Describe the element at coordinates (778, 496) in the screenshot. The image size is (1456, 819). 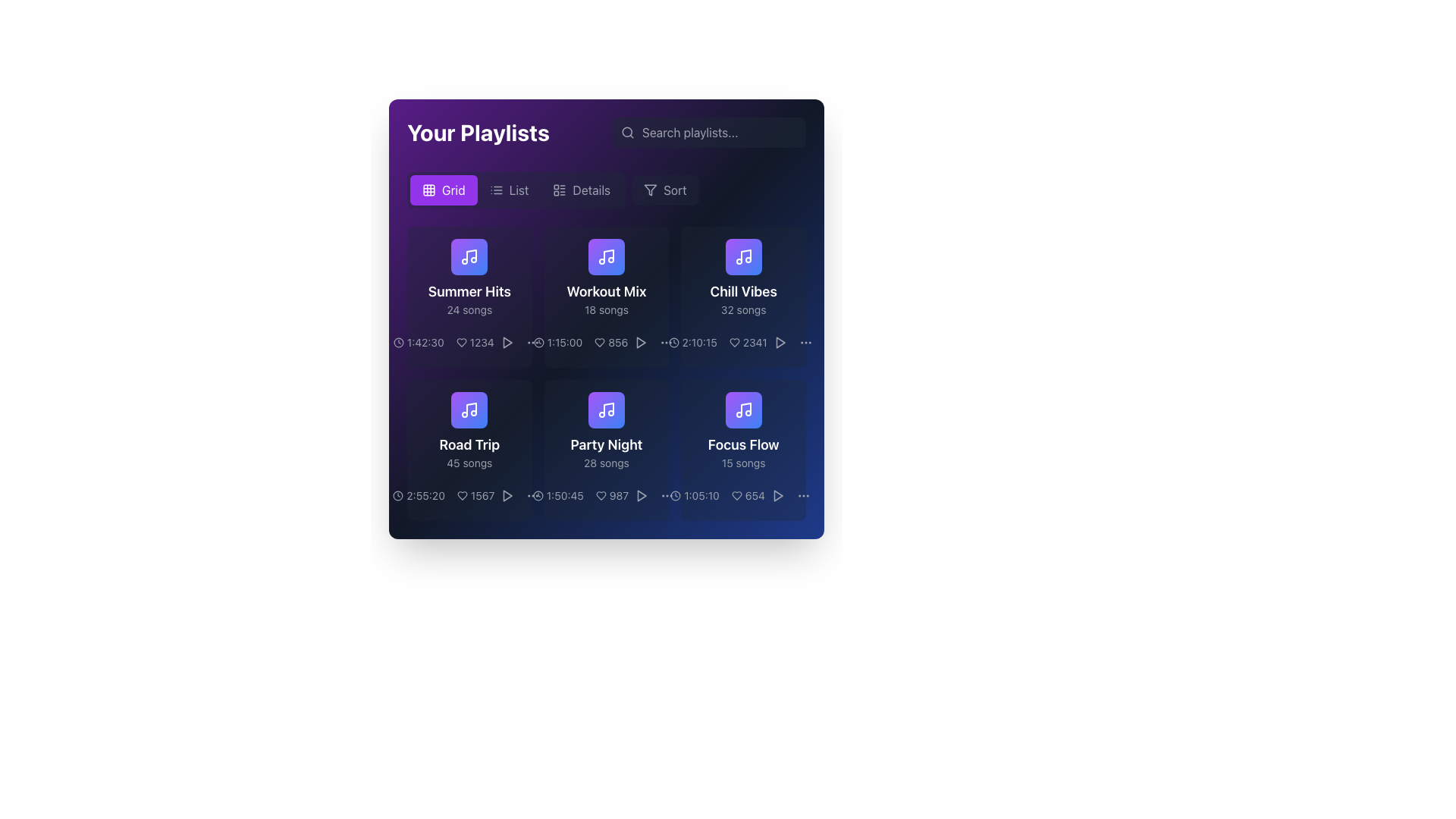
I see `the play button icon located at the bottom-right of the 'Focus Flow' playlist card` at that location.